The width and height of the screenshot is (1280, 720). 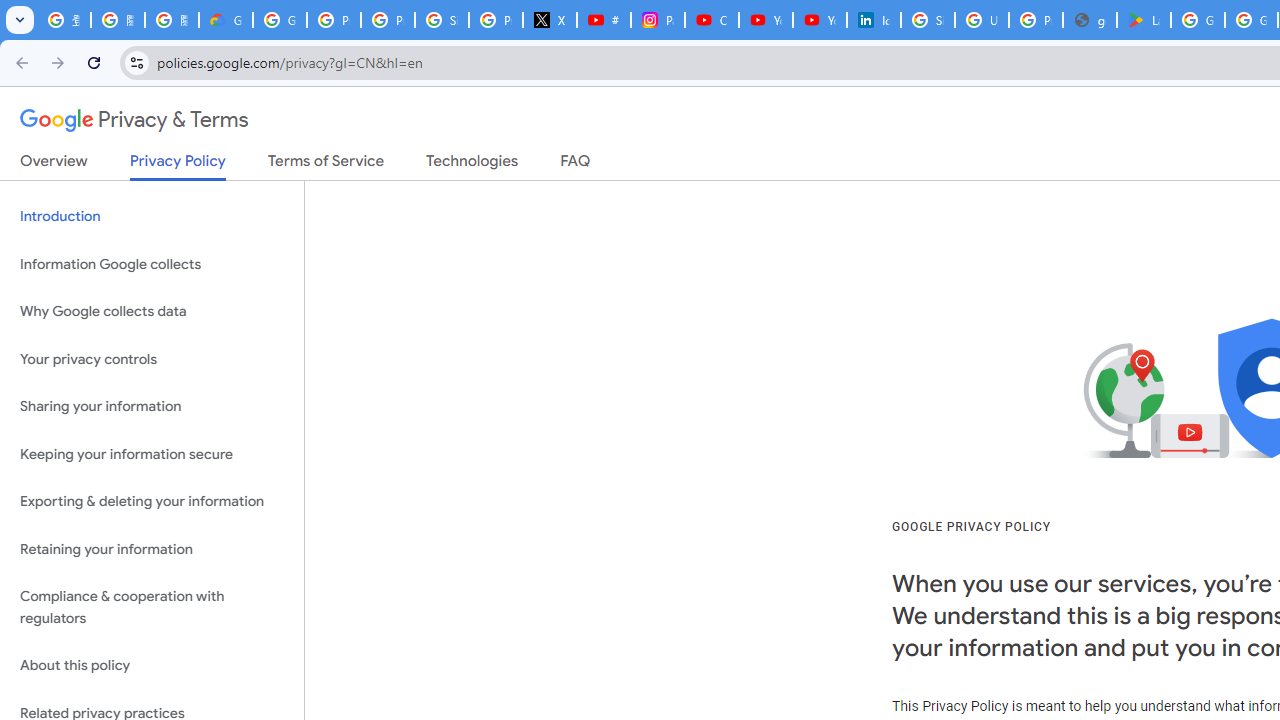 What do you see at coordinates (225, 20) in the screenshot?
I see `'Google Cloud Privacy Notice'` at bounding box center [225, 20].